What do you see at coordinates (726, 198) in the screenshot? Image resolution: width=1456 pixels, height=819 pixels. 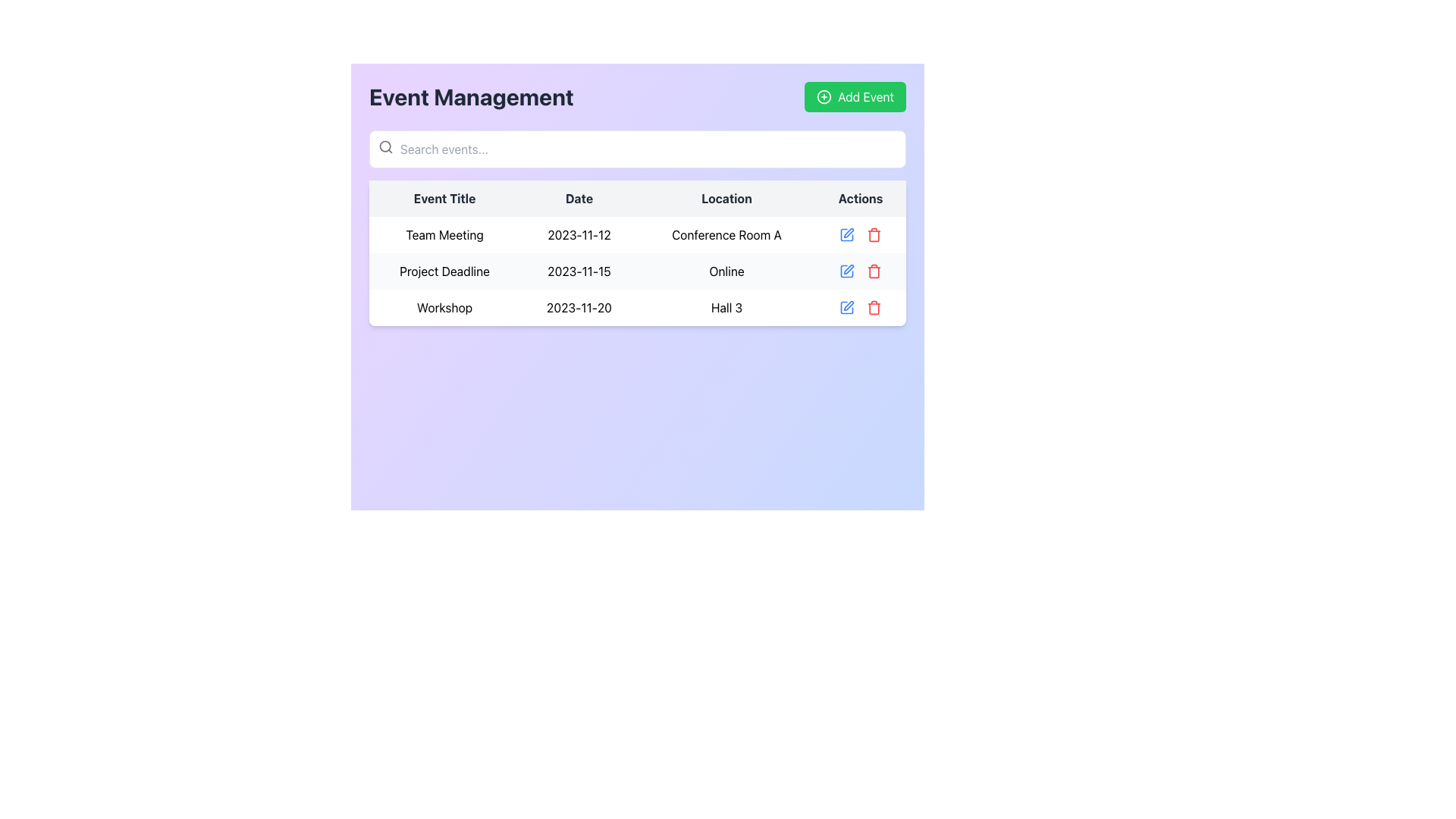 I see `the 'Location' text cell located in the header row of a table` at bounding box center [726, 198].